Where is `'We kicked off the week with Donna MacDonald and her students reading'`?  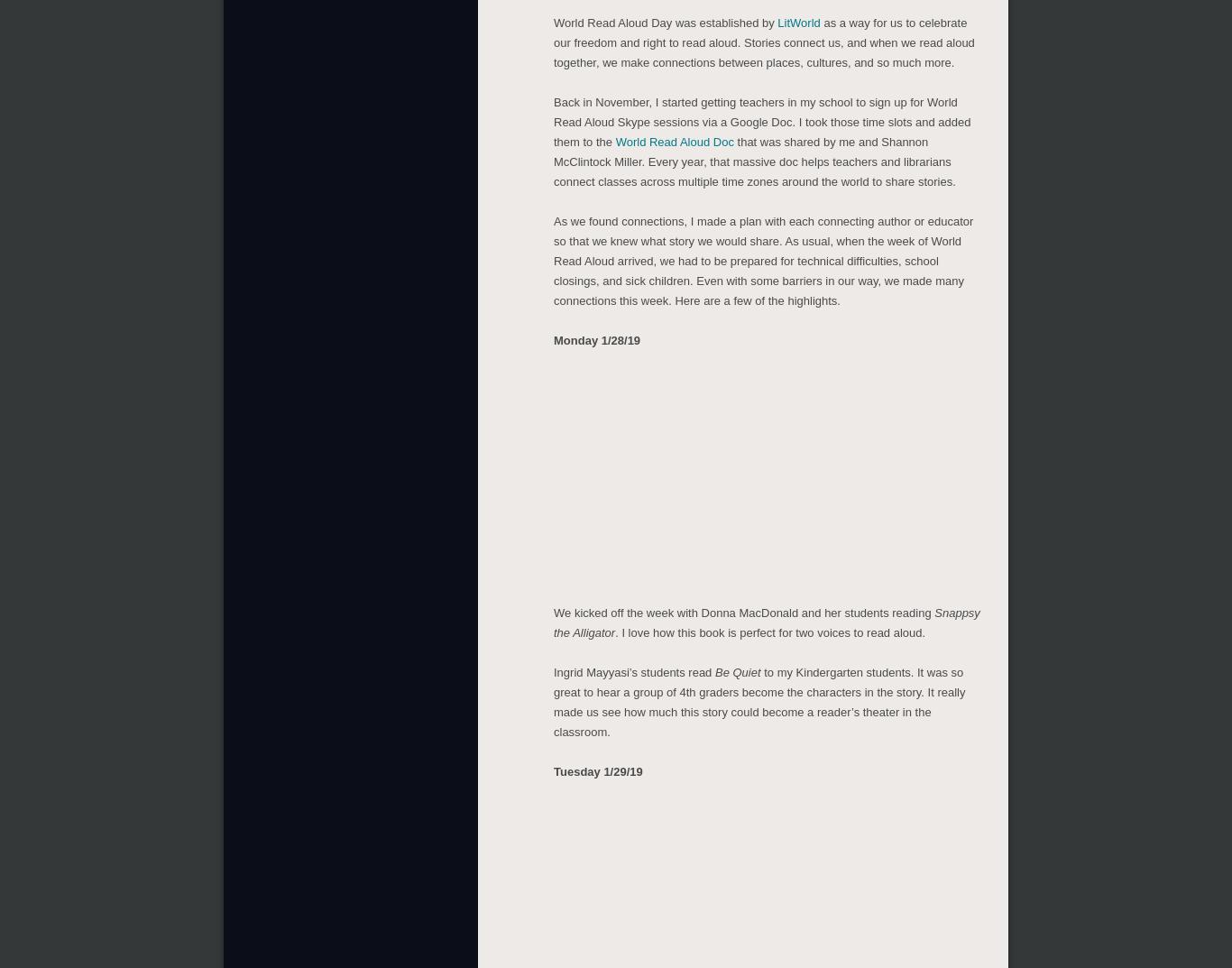 'We kicked off the week with Donna MacDonald and her students reading' is located at coordinates (743, 609).